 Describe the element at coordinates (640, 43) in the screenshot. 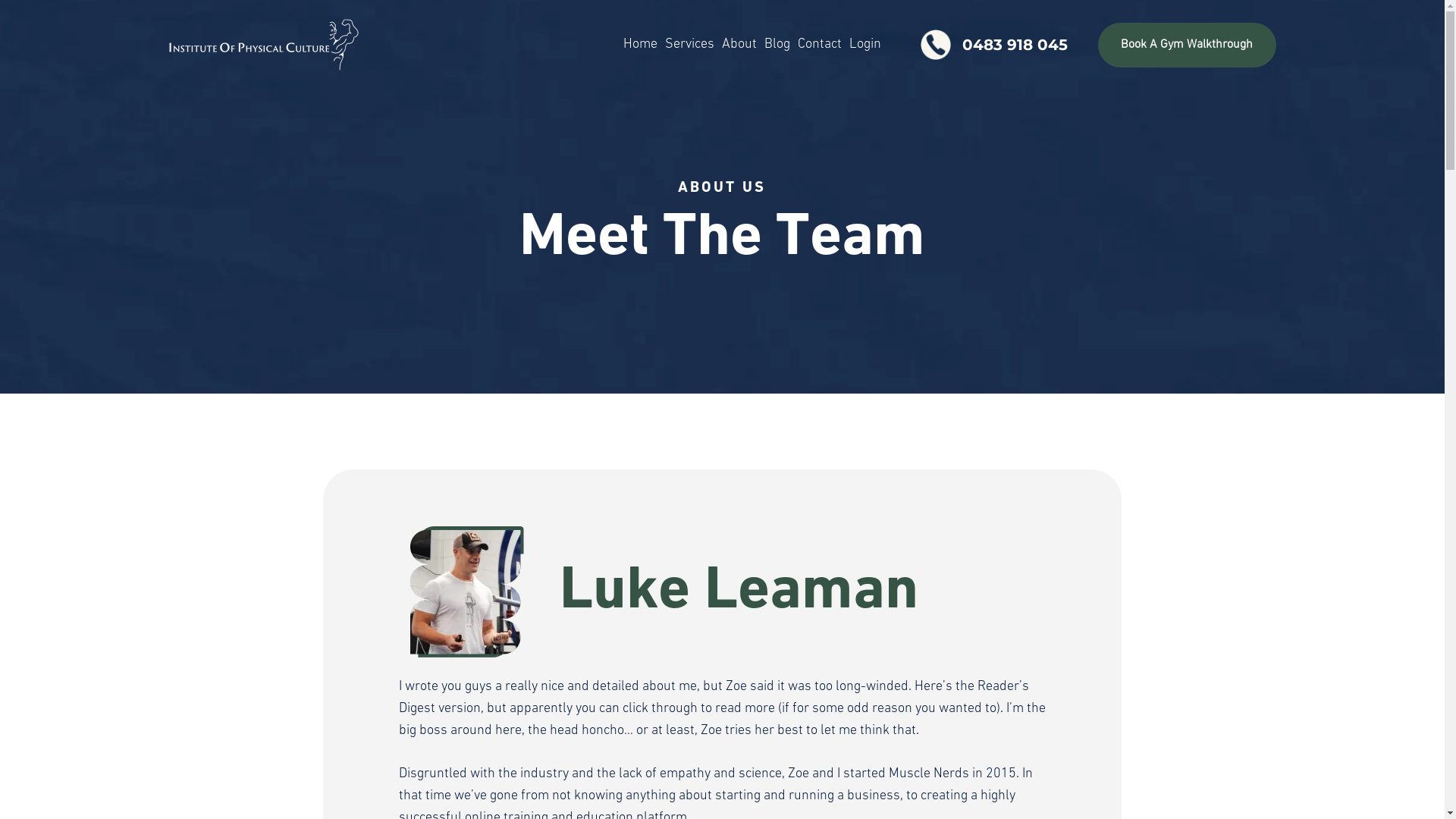

I see `'Home'` at that location.